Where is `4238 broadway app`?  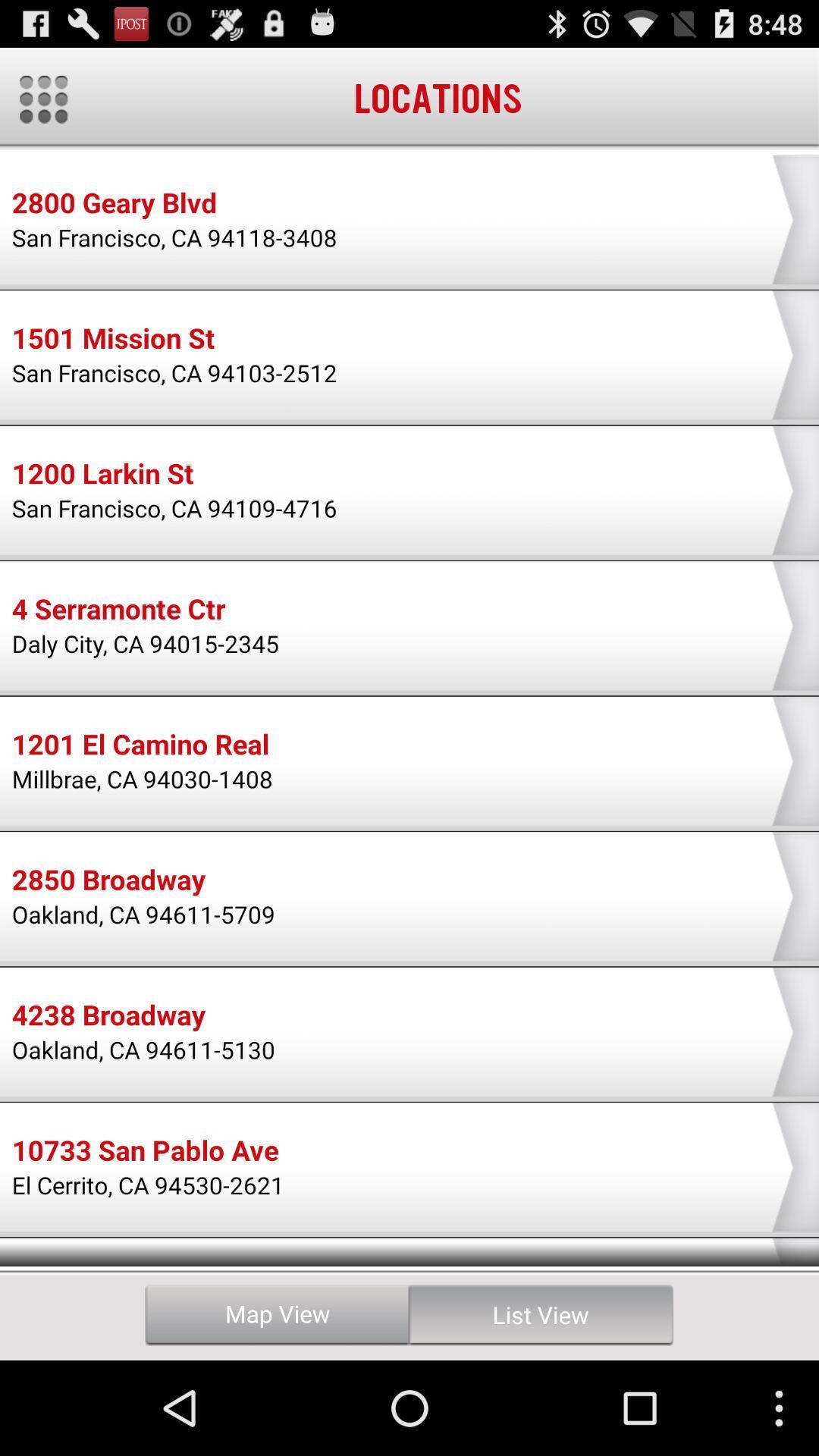
4238 broadway app is located at coordinates (108, 1017).